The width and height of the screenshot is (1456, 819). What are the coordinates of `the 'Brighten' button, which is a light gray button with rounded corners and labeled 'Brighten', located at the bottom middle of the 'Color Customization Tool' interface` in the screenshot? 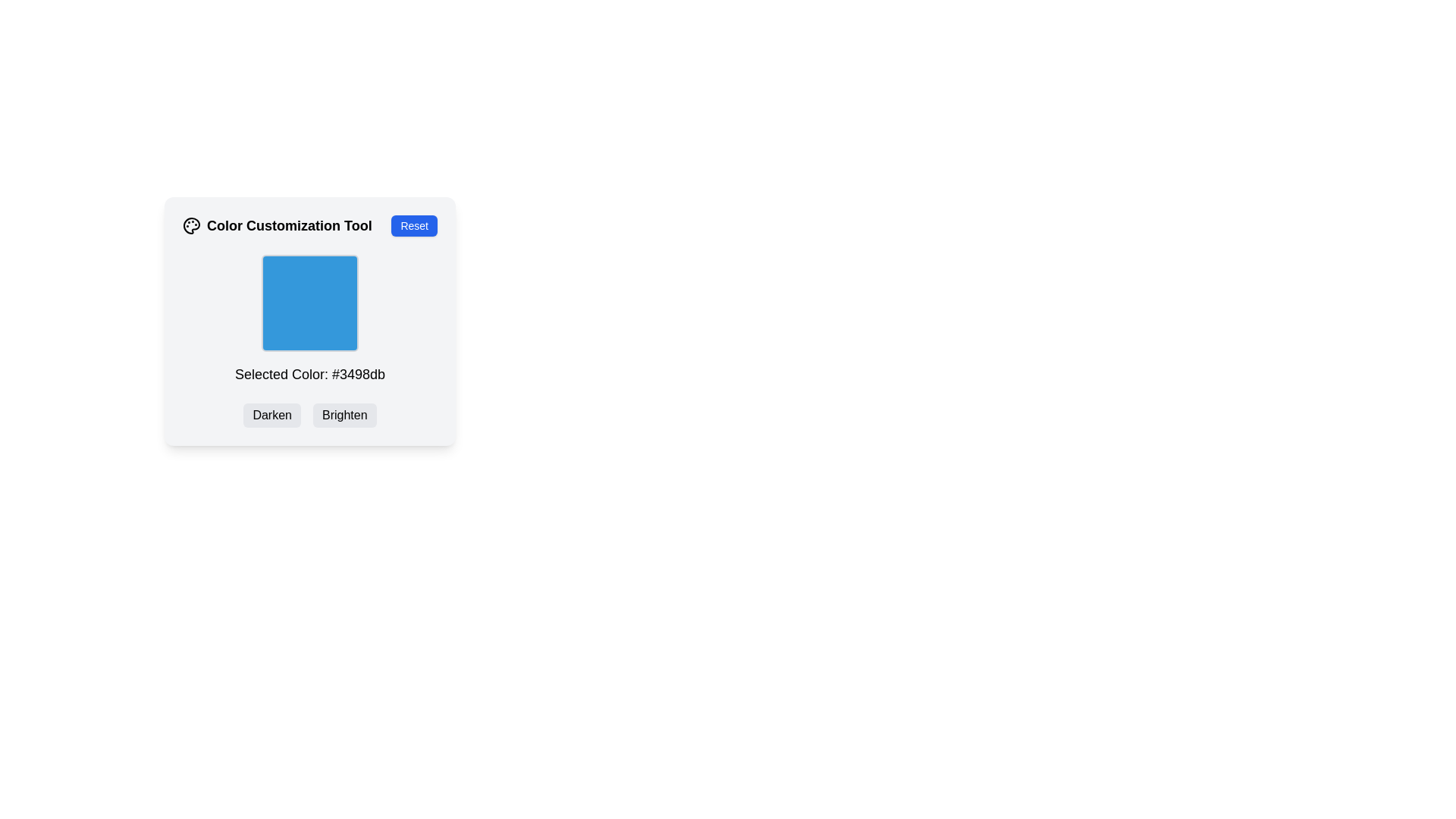 It's located at (344, 415).